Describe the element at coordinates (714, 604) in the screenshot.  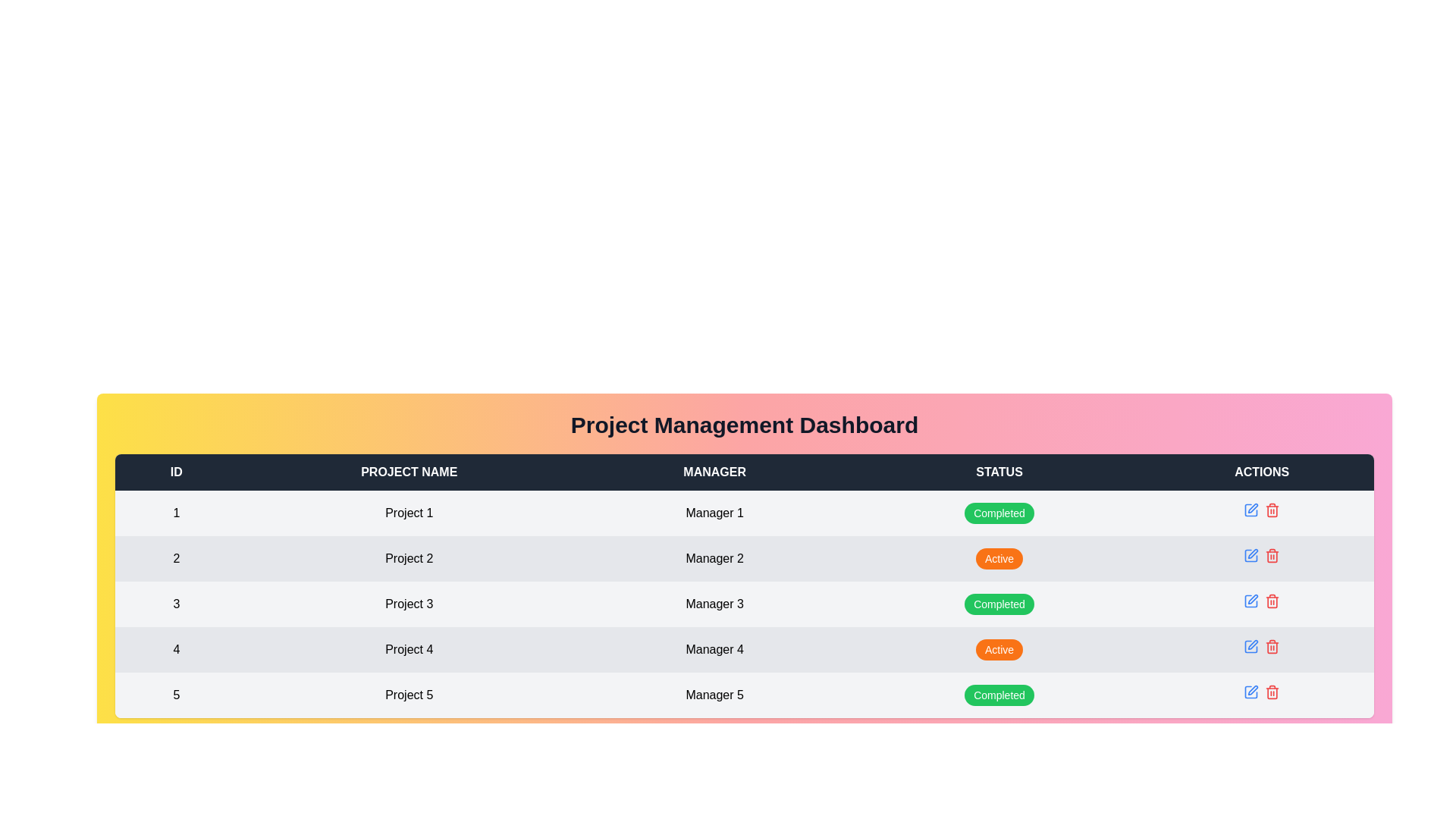
I see `text content from the 'Manager' column in the third row of the table, which displays manager information for 'Project 3'` at that location.